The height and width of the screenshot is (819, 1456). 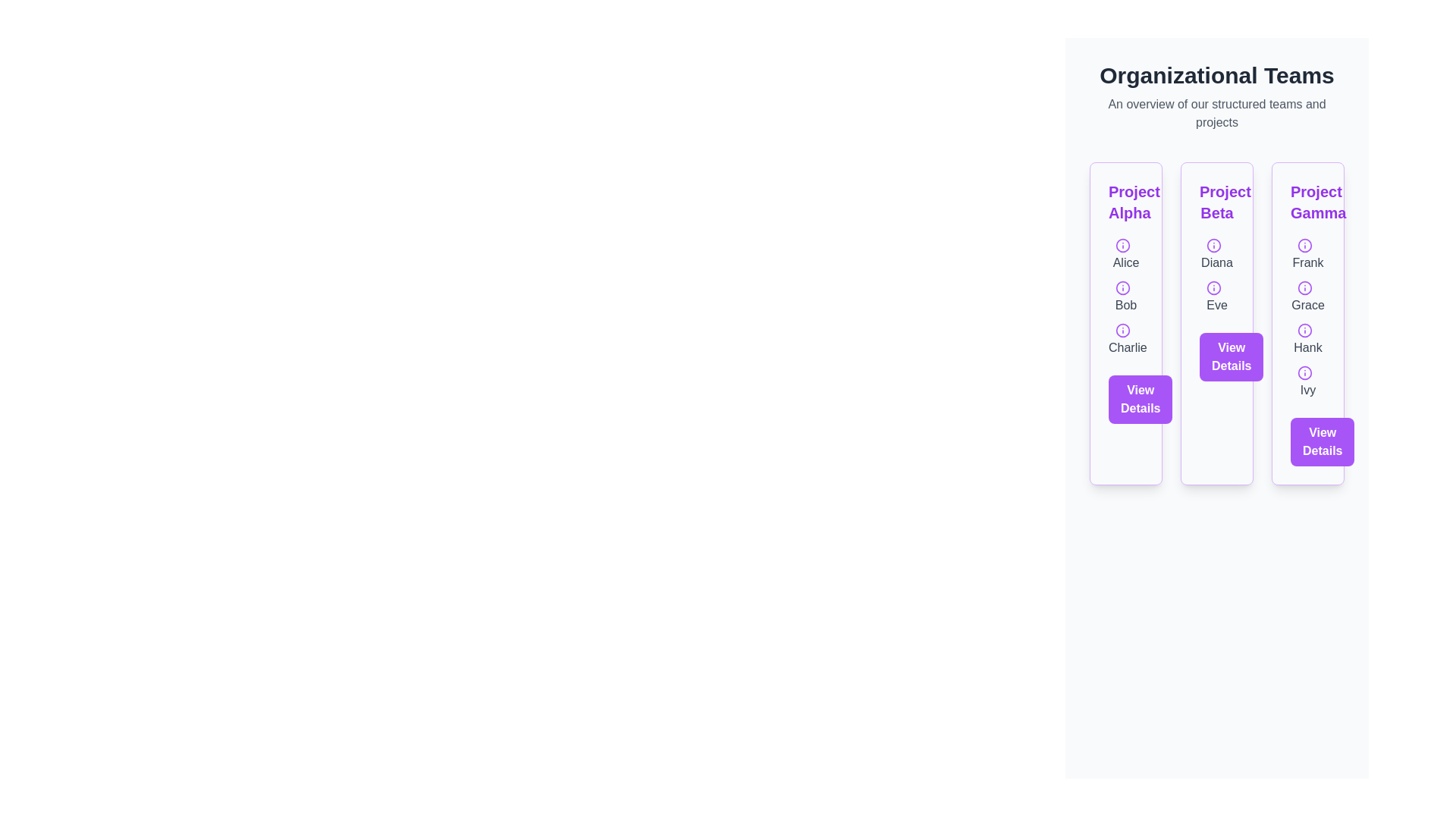 What do you see at coordinates (1307, 380) in the screenshot?
I see `the text label displaying the name under the 'Project Gamma' category, located at the bottom of the column before the 'View Details' button` at bounding box center [1307, 380].